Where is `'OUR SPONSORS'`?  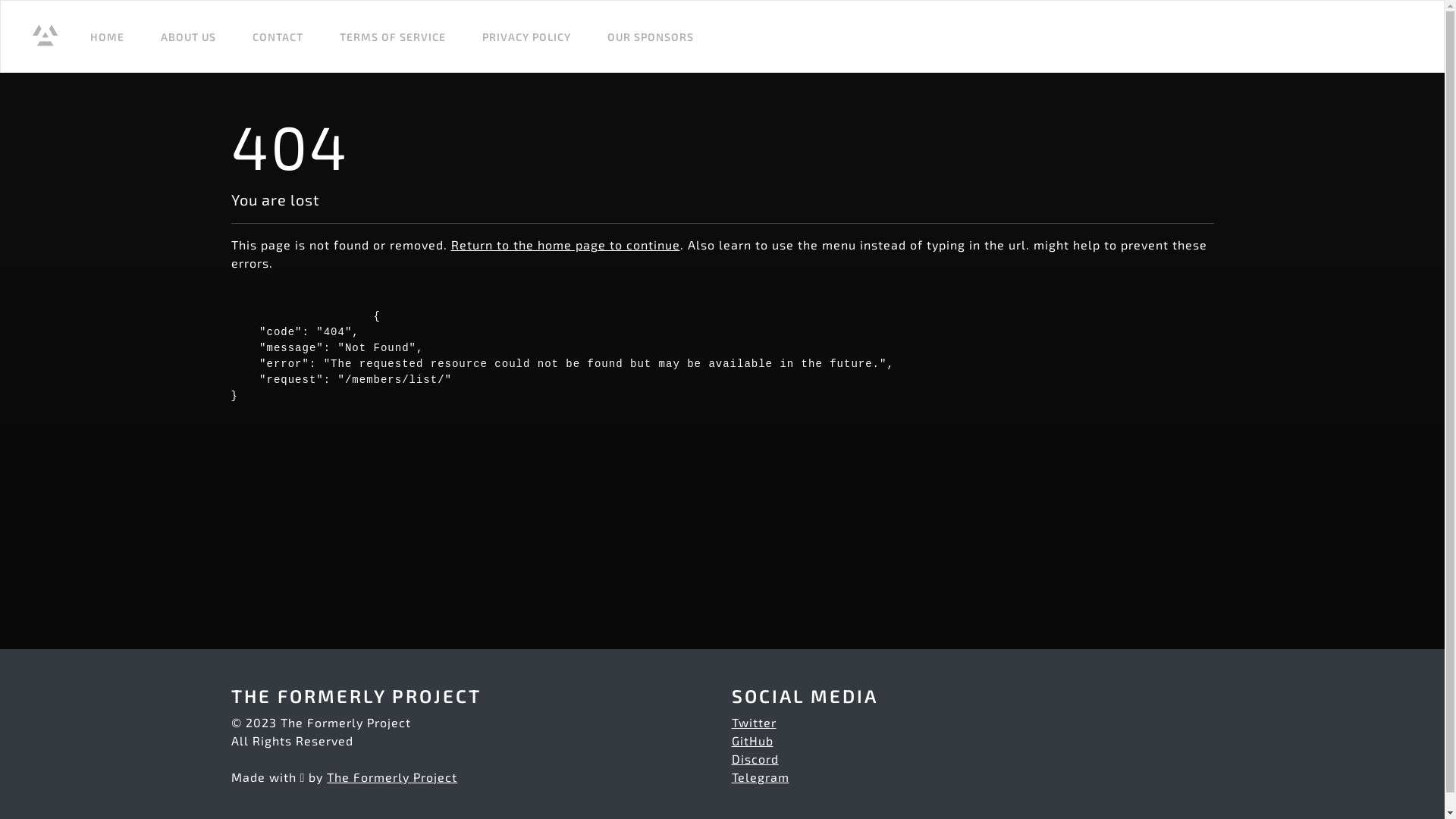 'OUR SPONSORS' is located at coordinates (651, 35).